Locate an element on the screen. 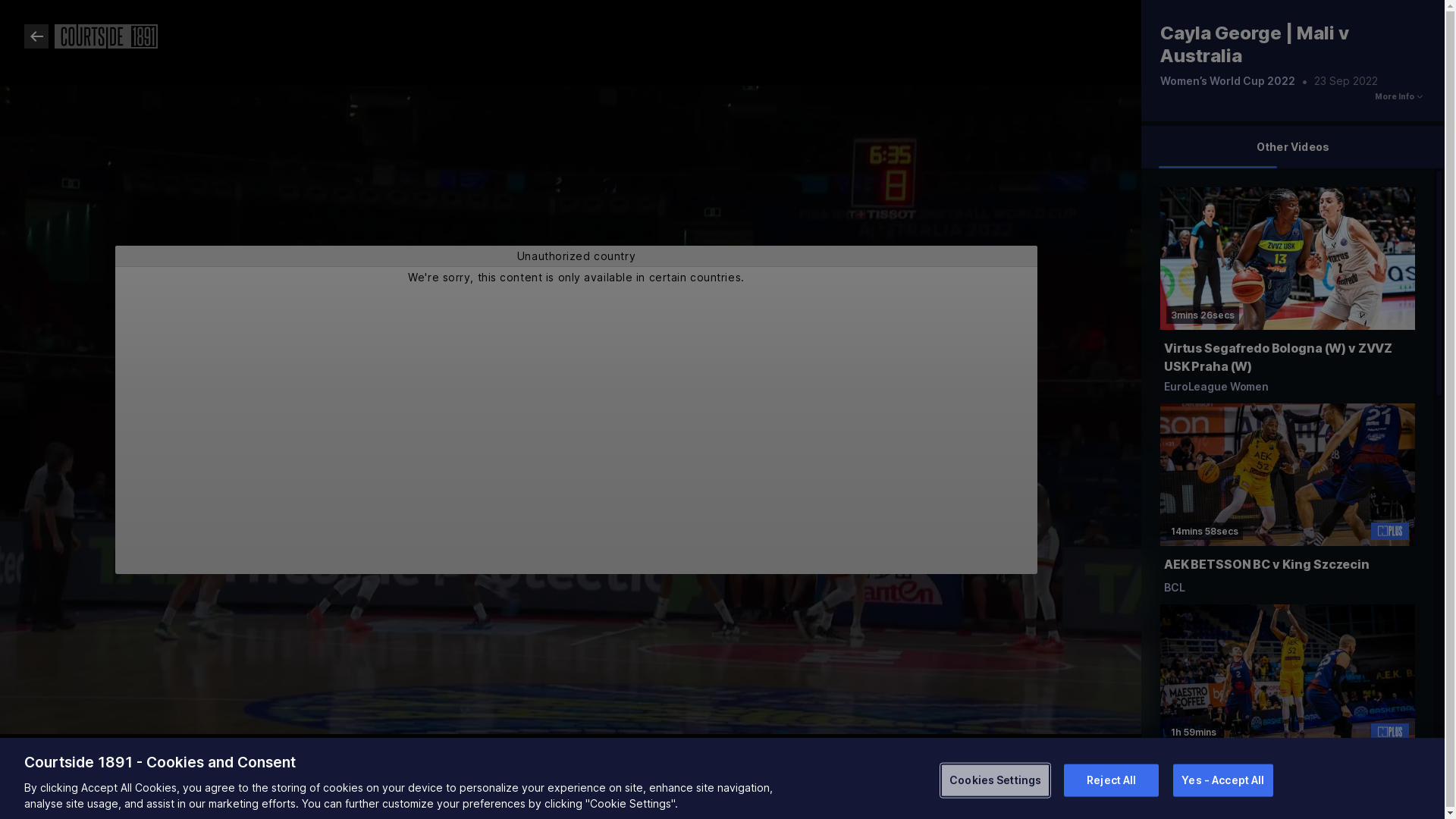  'Yes - Accept All' is located at coordinates (1222, 780).